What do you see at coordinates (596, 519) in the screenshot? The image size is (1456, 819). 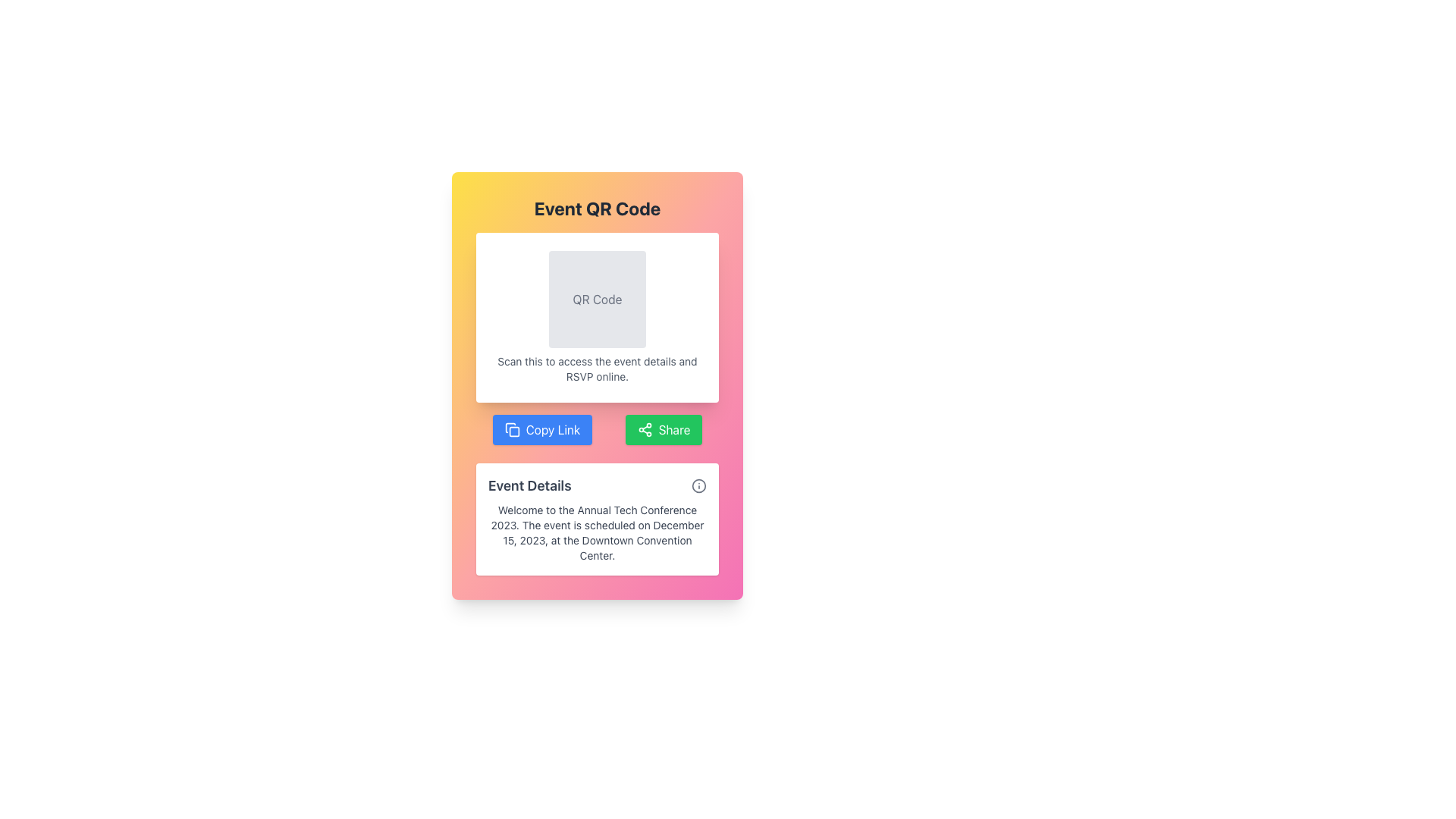 I see `the Informational Text Block that displays event details, containing a heading 'Event Details' styled in bold and a paragraph with the event description, located beneath the 'Copy Link' and 'Share' buttons` at bounding box center [596, 519].